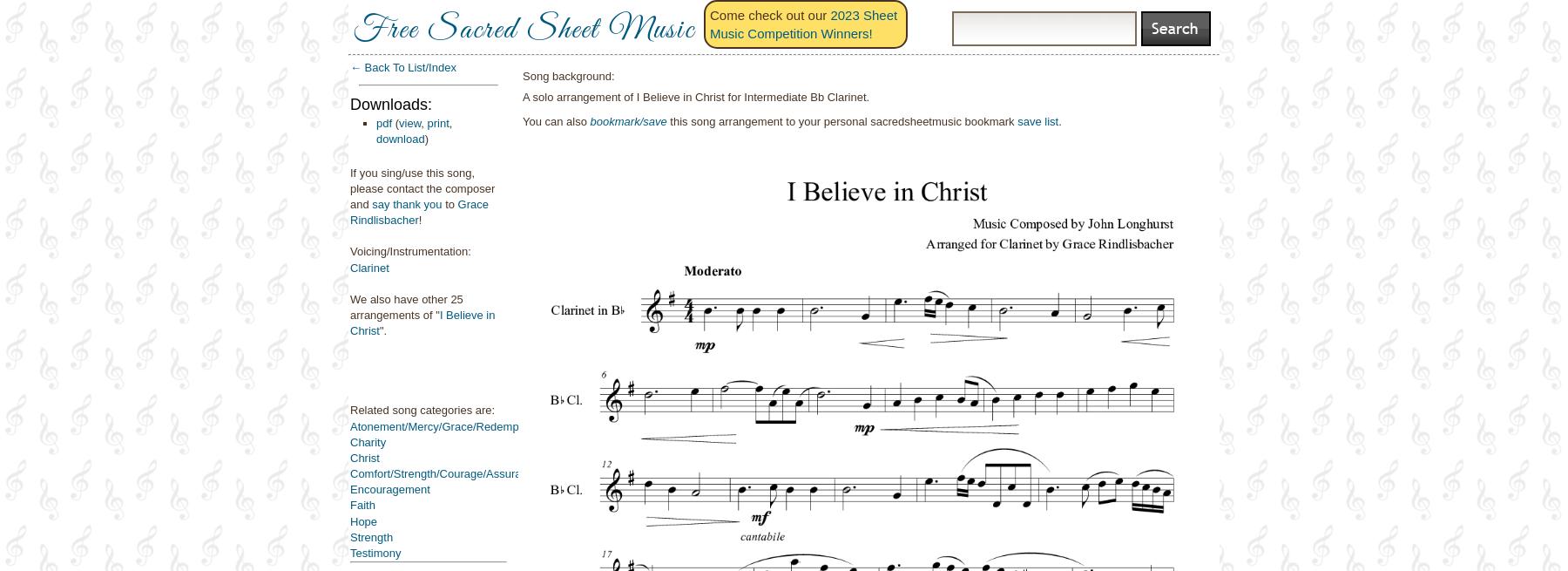 This screenshot has height=571, width=1568. Describe the element at coordinates (349, 425) in the screenshot. I see `'Atonement/Mercy/Grace/Redemption'` at that location.